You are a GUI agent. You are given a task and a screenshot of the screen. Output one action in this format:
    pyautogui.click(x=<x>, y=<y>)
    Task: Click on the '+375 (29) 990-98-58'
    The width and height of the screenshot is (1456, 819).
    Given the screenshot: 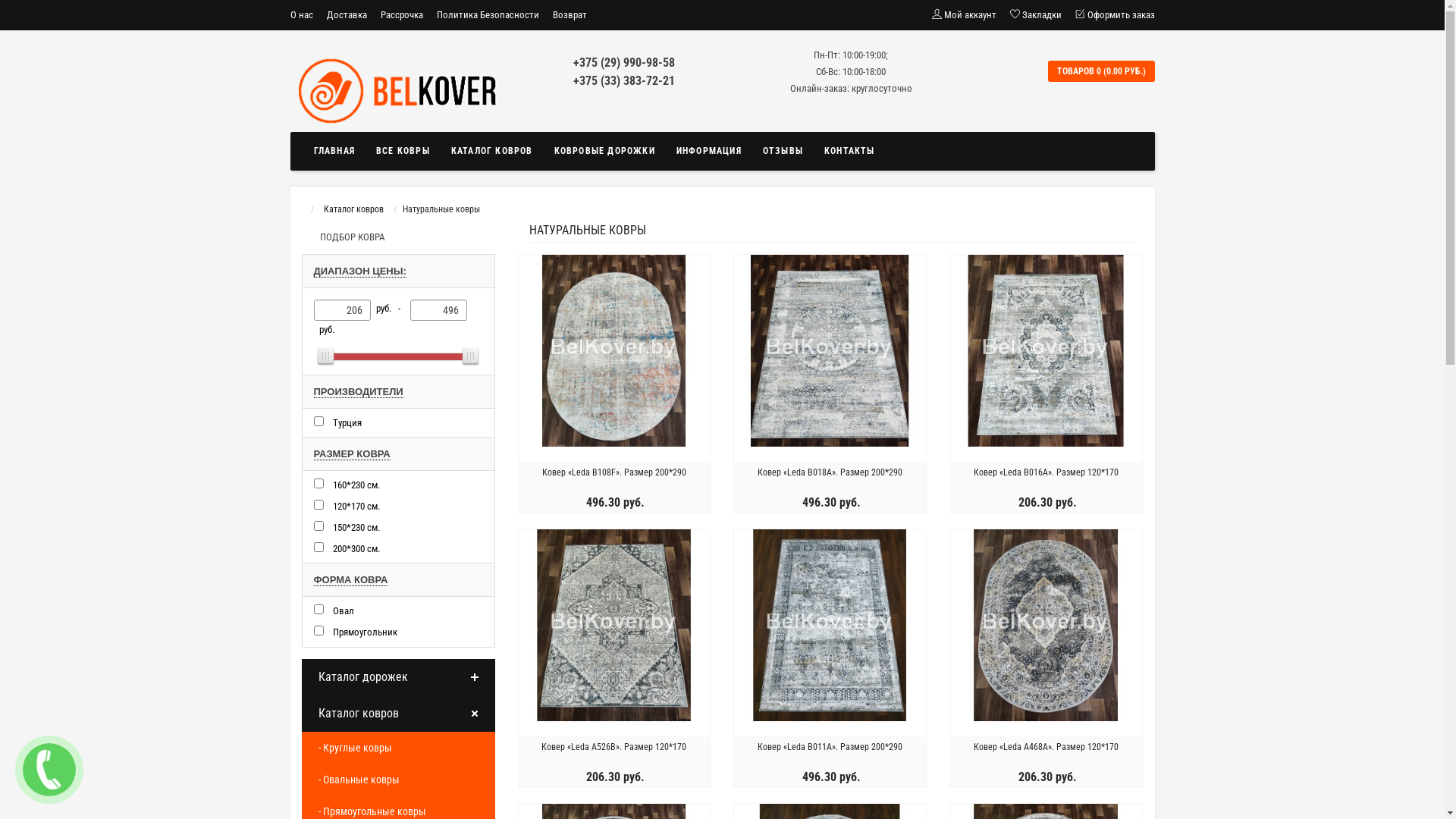 What is the action you would take?
    pyautogui.click(x=572, y=61)
    